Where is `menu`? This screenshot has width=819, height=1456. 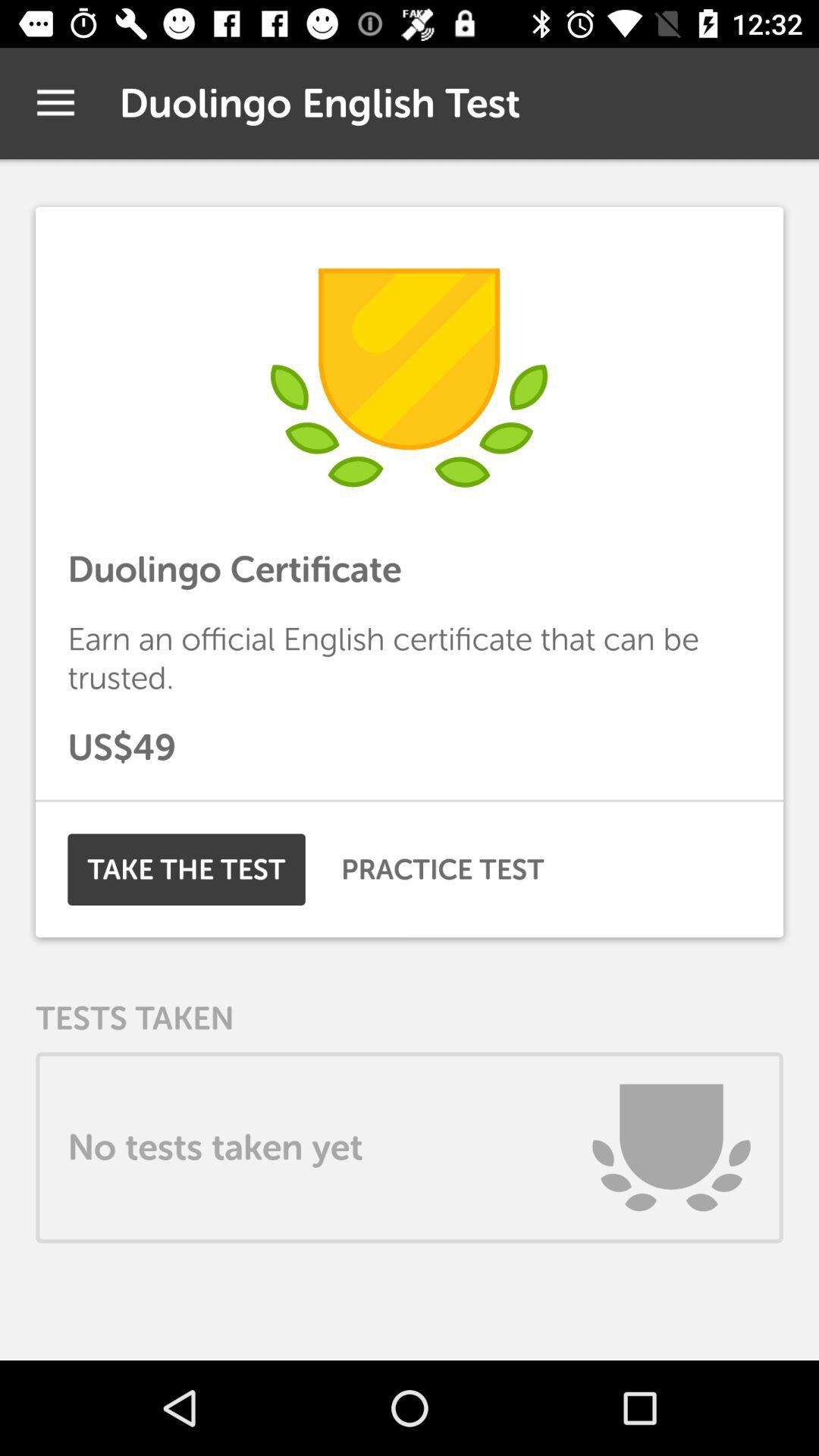 menu is located at coordinates (55, 102).